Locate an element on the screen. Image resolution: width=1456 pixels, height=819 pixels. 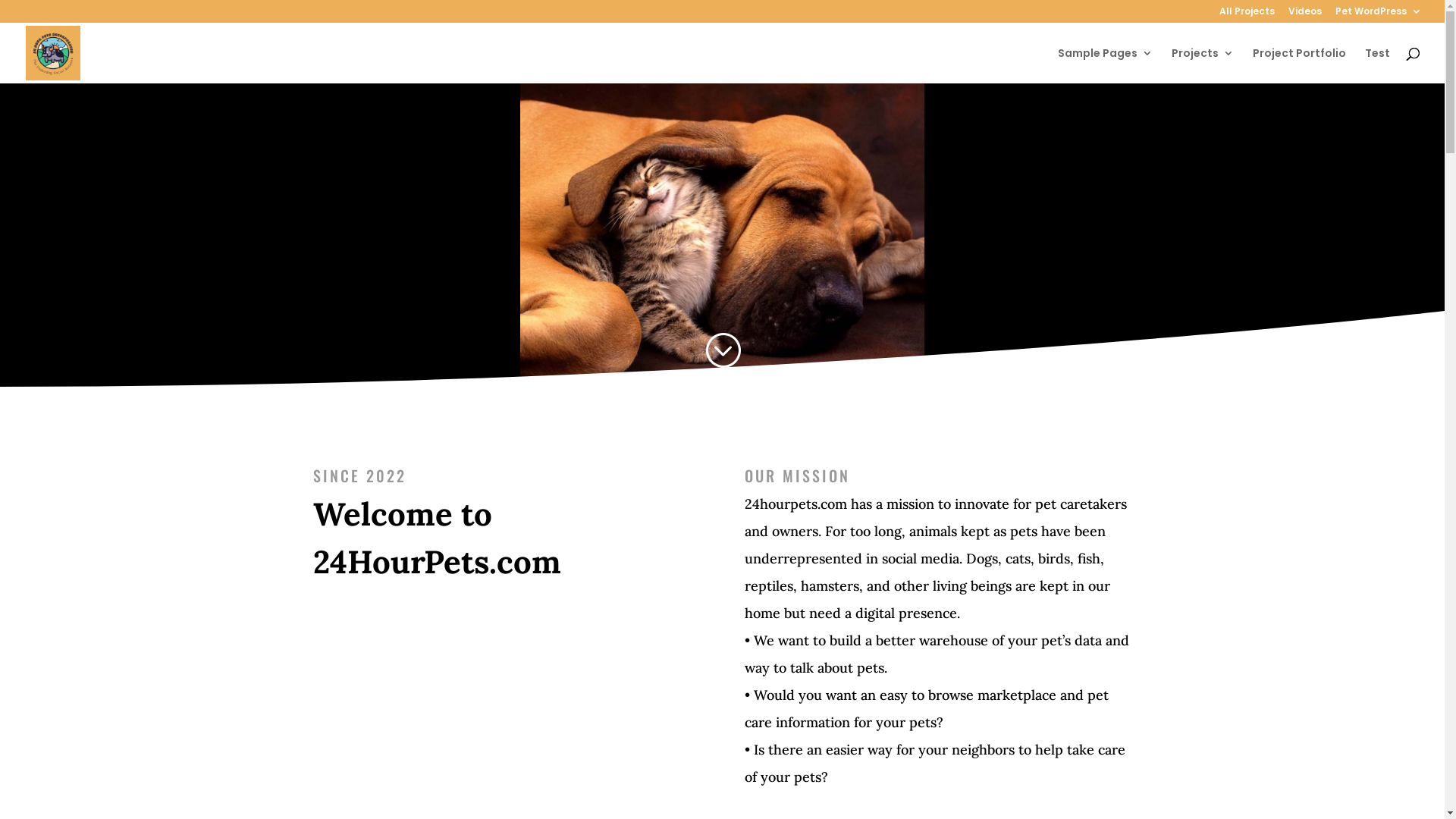
'Test' is located at coordinates (1377, 64).